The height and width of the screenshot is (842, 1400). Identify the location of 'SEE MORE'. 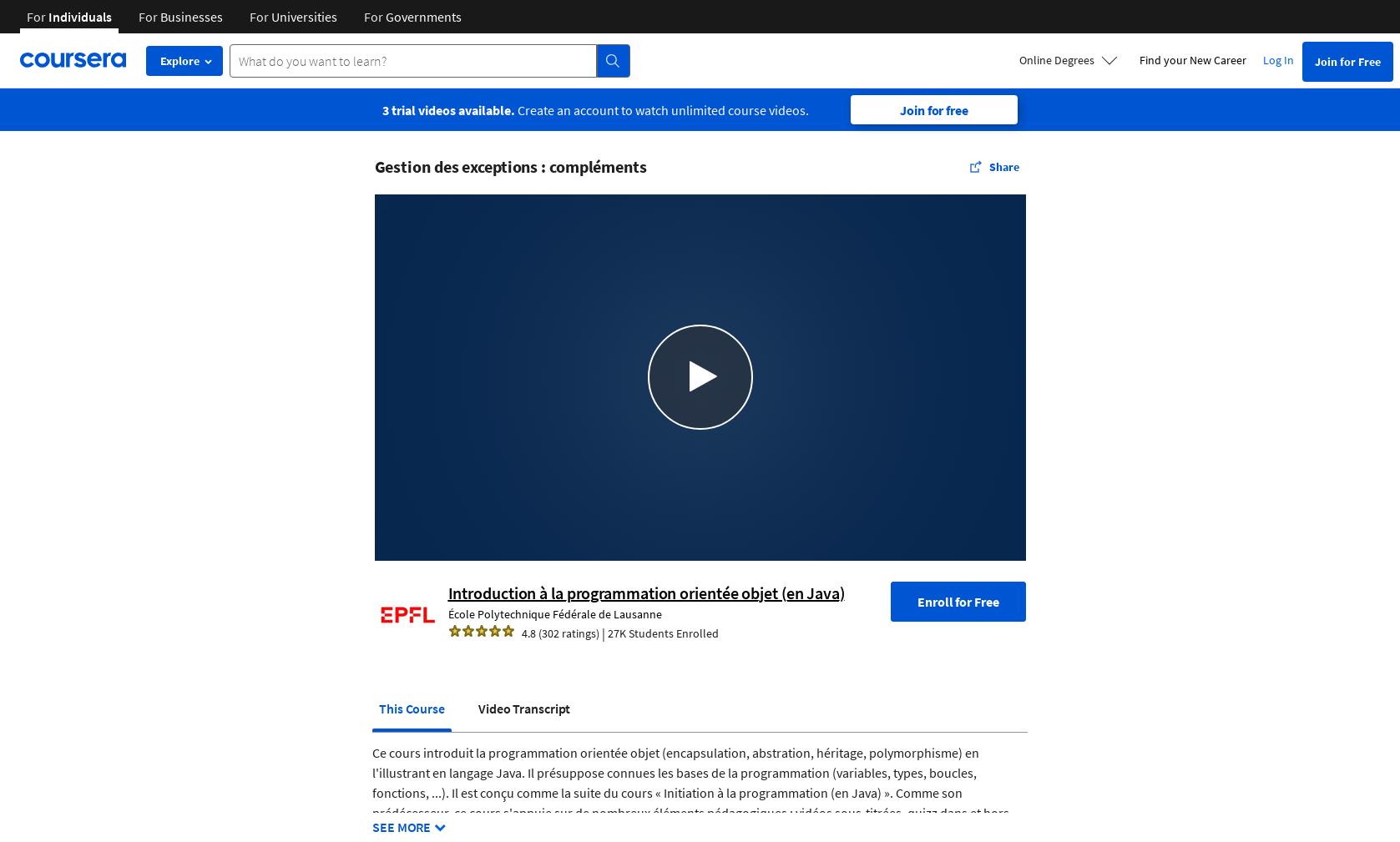
(400, 826).